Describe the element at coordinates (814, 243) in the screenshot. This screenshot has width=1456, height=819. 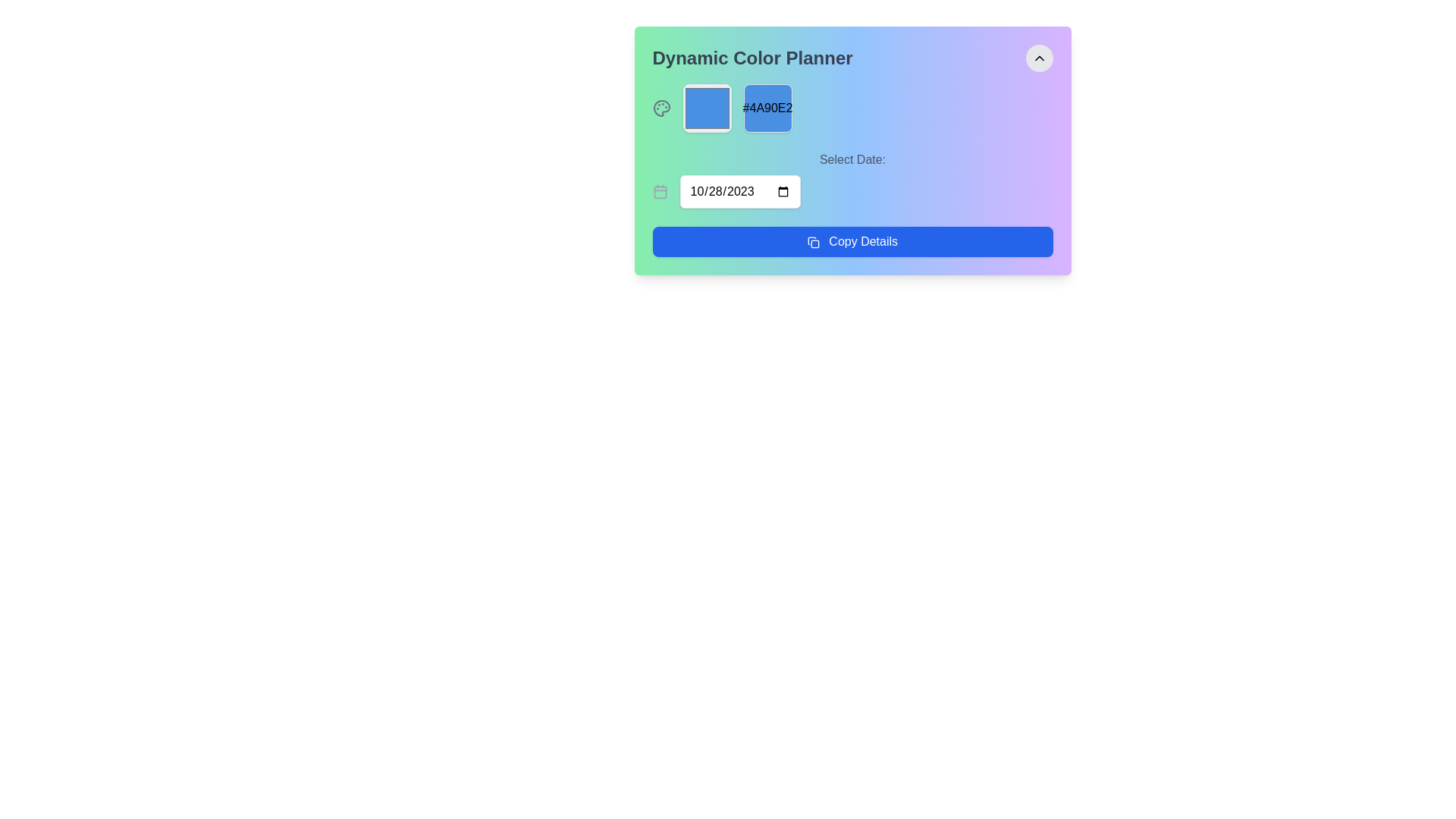
I see `the small square with rounded corners that is part of the copy symbol icon located on the right side of the 'Copy Details' button` at that location.